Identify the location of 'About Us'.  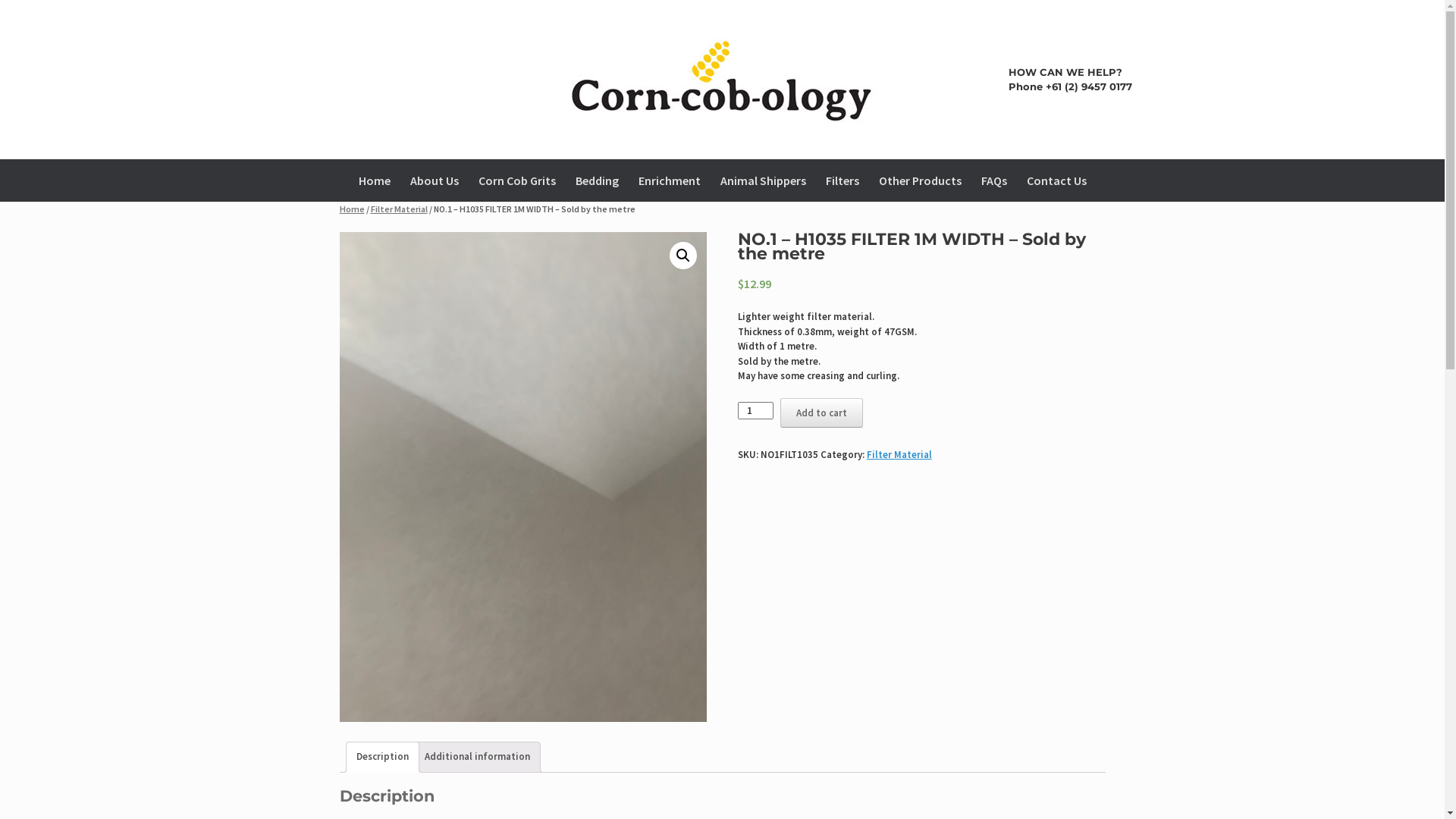
(433, 180).